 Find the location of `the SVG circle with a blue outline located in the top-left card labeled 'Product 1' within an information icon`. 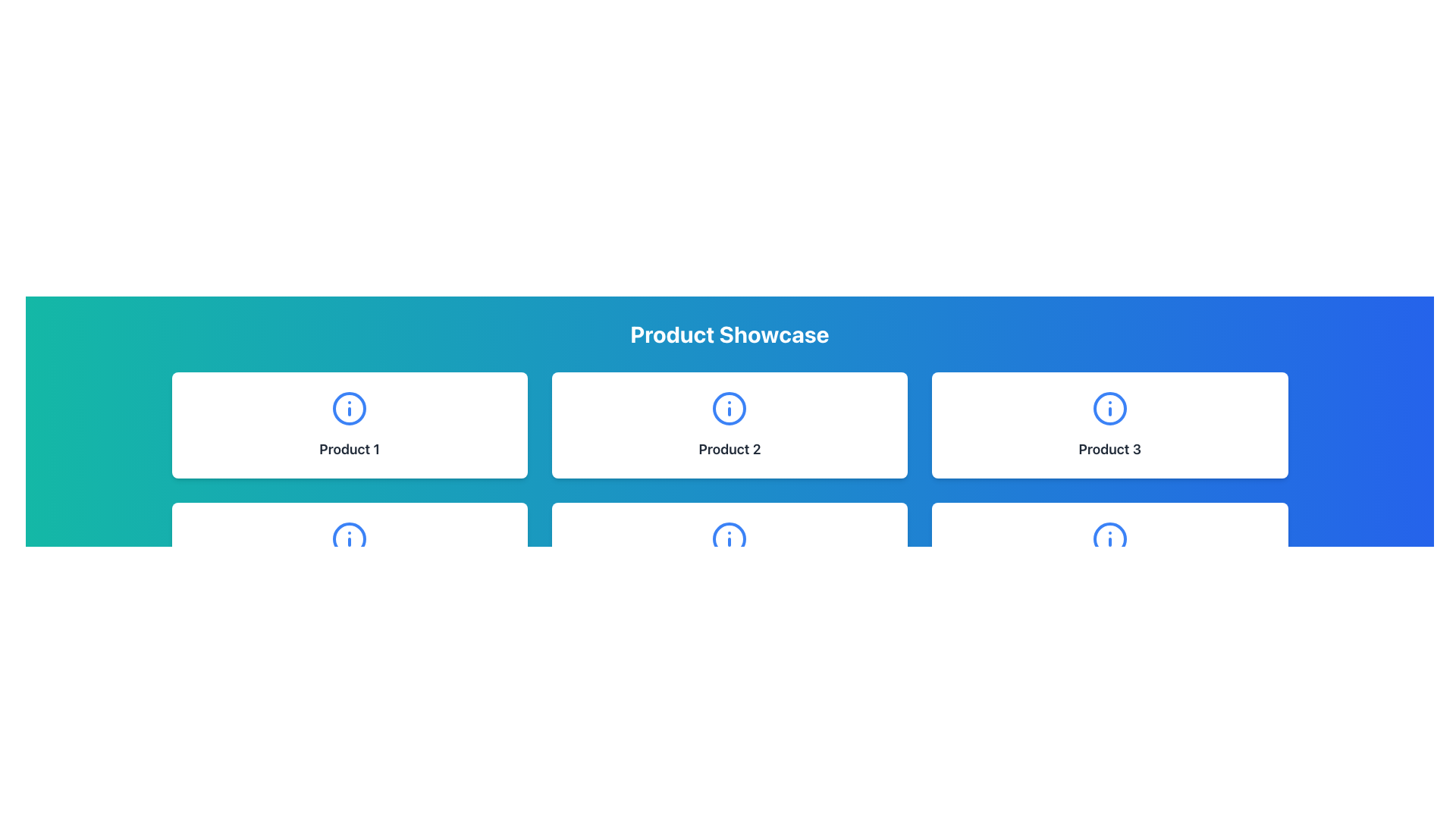

the SVG circle with a blue outline located in the top-left card labeled 'Product 1' within an information icon is located at coordinates (349, 408).